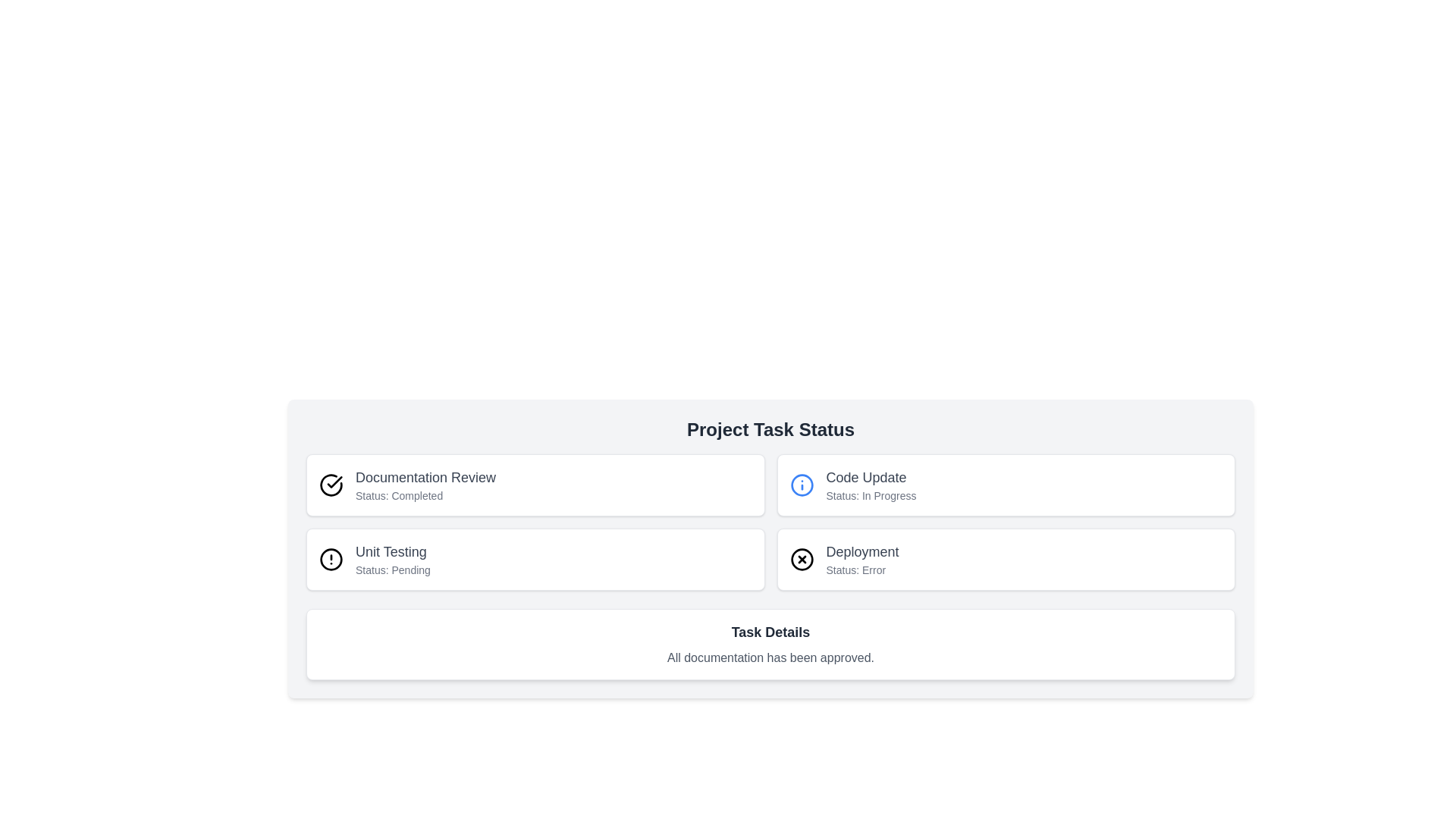  What do you see at coordinates (1006, 559) in the screenshot?
I see `the fourth card in the 'Project Task Status' section that displays the status of the 'Deployment' task as 'Error'` at bounding box center [1006, 559].